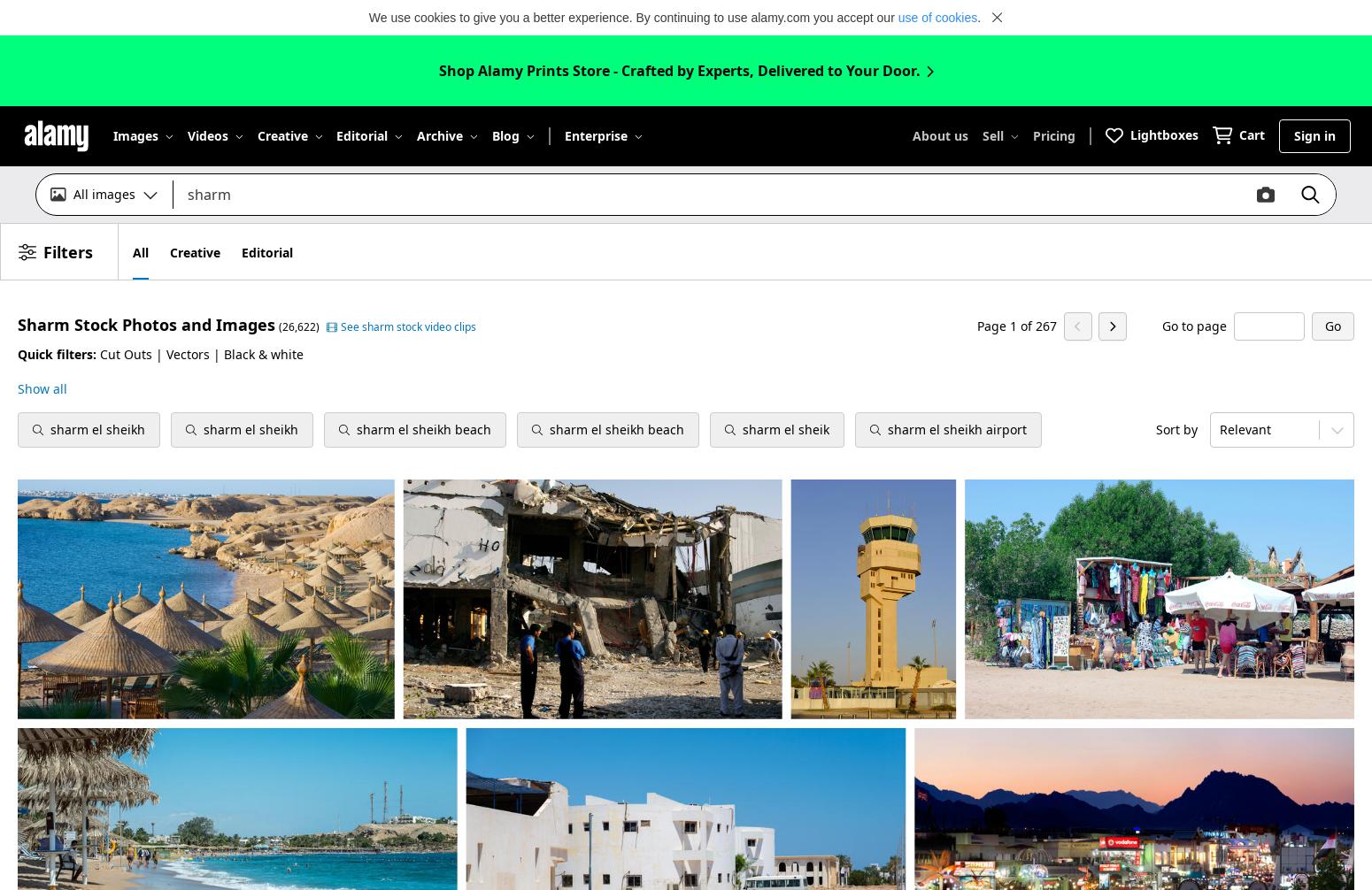 The width and height of the screenshot is (1372, 890). What do you see at coordinates (569, 347) in the screenshot?
I see `'Travel'` at bounding box center [569, 347].